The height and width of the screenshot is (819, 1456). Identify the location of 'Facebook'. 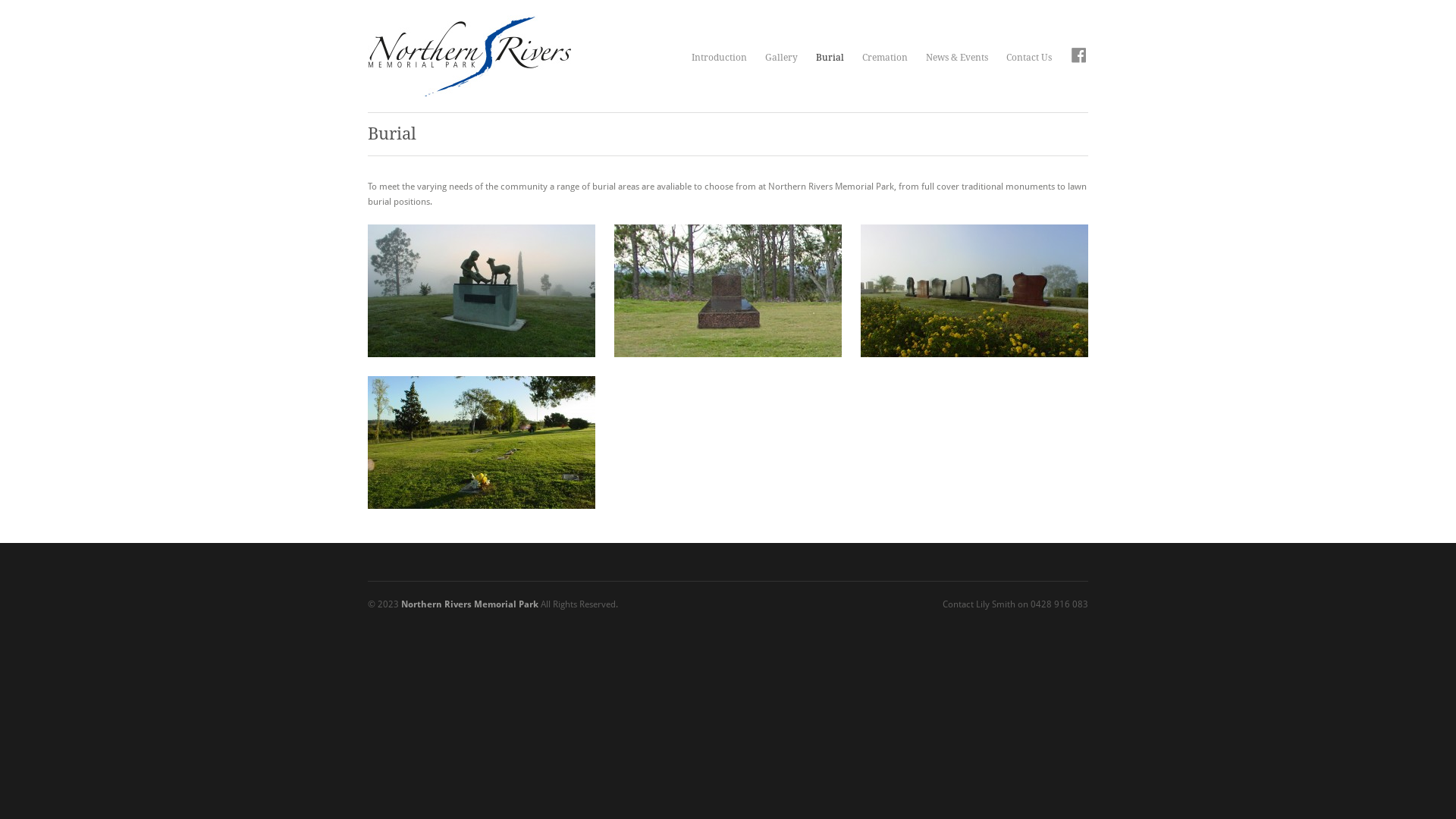
(1078, 57).